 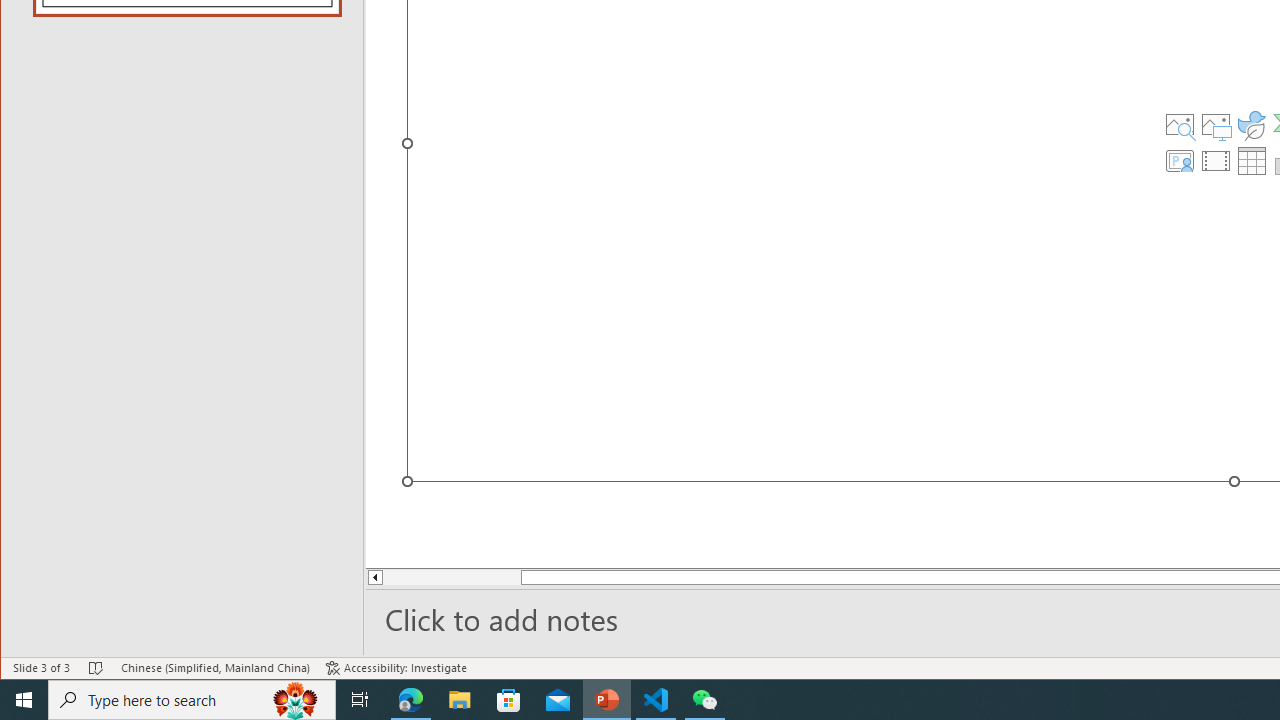 I want to click on 'Search highlights icon opens search home window', so click(x=294, y=698).